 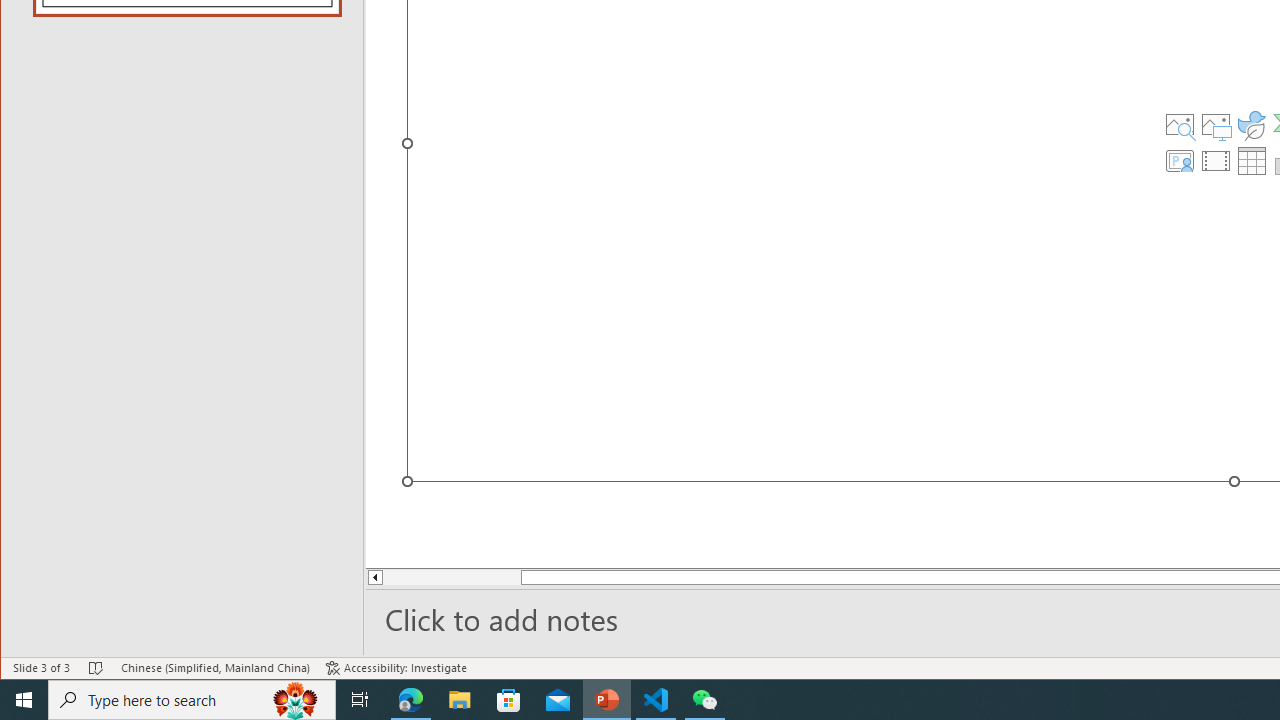 I want to click on 'Search highlights icon opens search home window', so click(x=294, y=698).